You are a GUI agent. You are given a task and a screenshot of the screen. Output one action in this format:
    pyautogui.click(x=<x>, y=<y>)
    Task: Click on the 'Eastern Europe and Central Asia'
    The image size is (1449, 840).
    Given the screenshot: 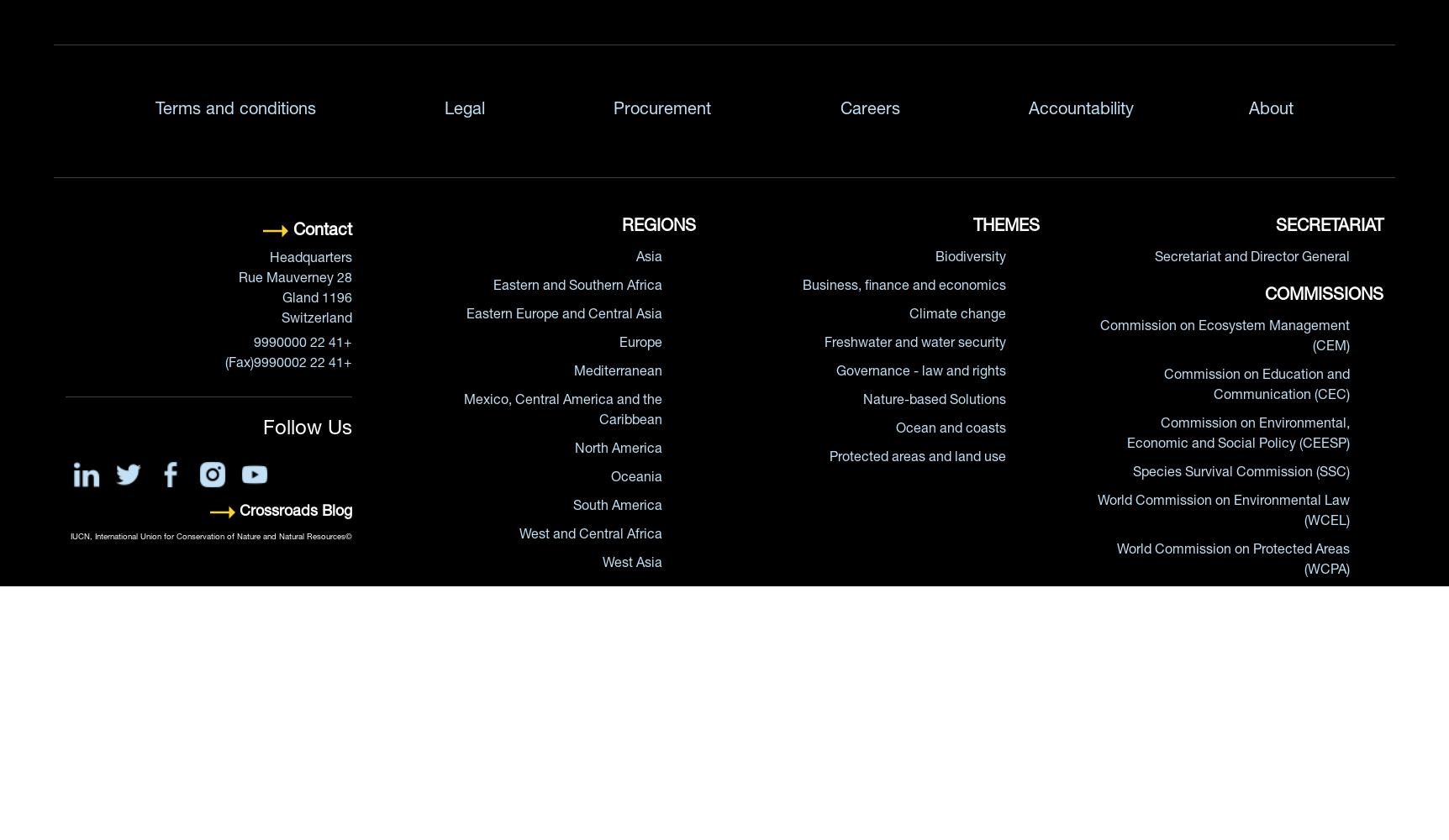 What is the action you would take?
    pyautogui.click(x=464, y=316)
    